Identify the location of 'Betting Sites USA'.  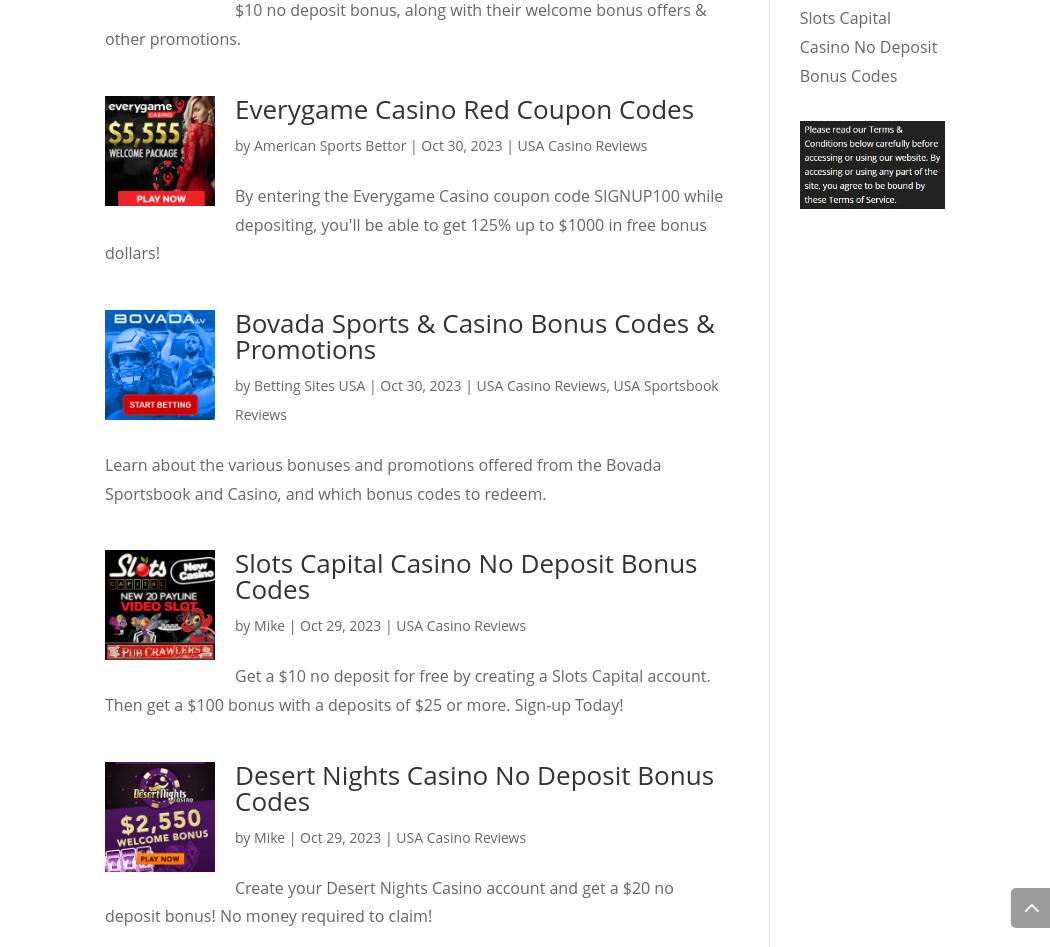
(309, 385).